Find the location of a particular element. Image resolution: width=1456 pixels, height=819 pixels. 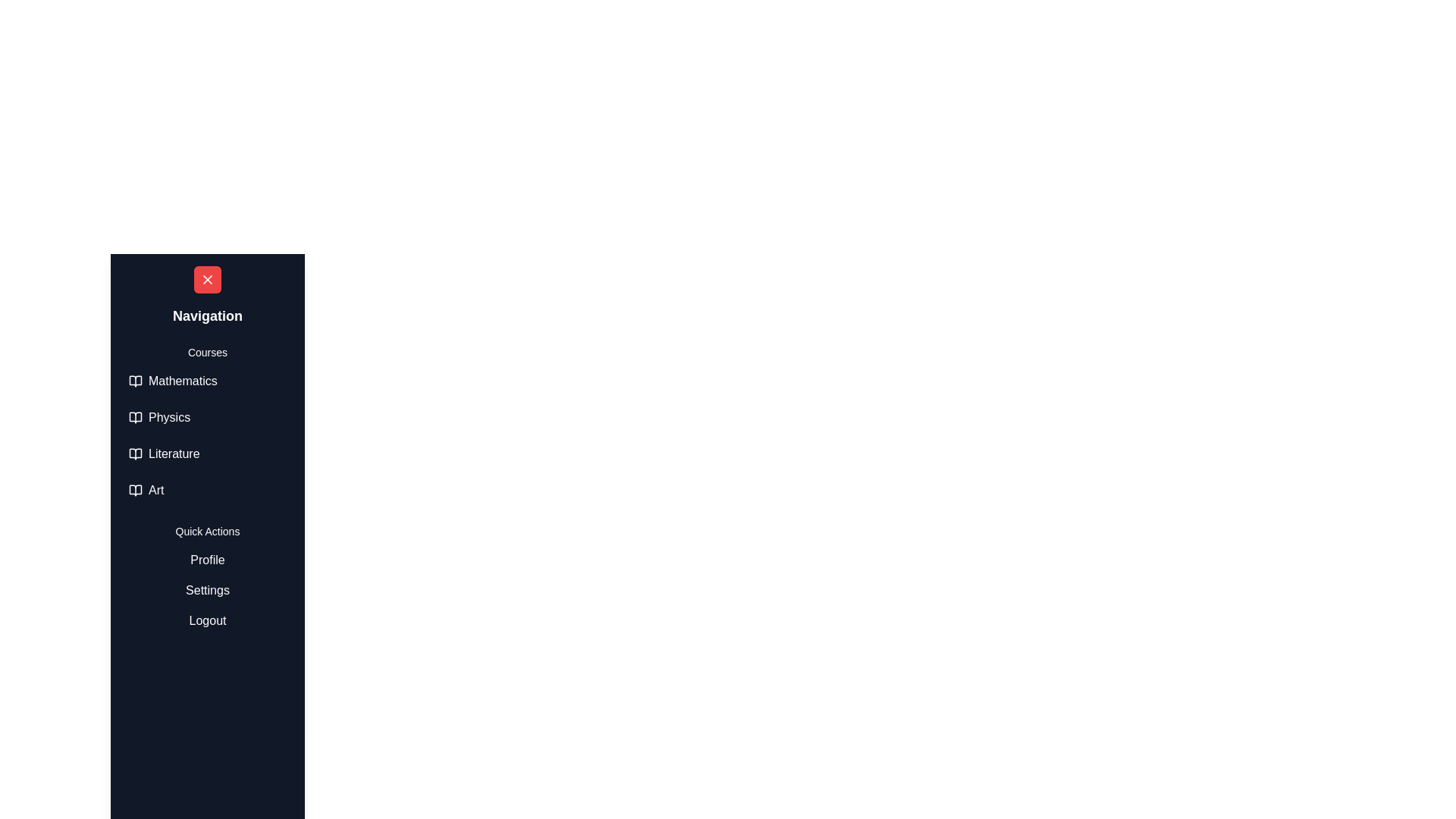

the first list item in the 'Courses' section of the sidebar navigation menu is located at coordinates (206, 380).